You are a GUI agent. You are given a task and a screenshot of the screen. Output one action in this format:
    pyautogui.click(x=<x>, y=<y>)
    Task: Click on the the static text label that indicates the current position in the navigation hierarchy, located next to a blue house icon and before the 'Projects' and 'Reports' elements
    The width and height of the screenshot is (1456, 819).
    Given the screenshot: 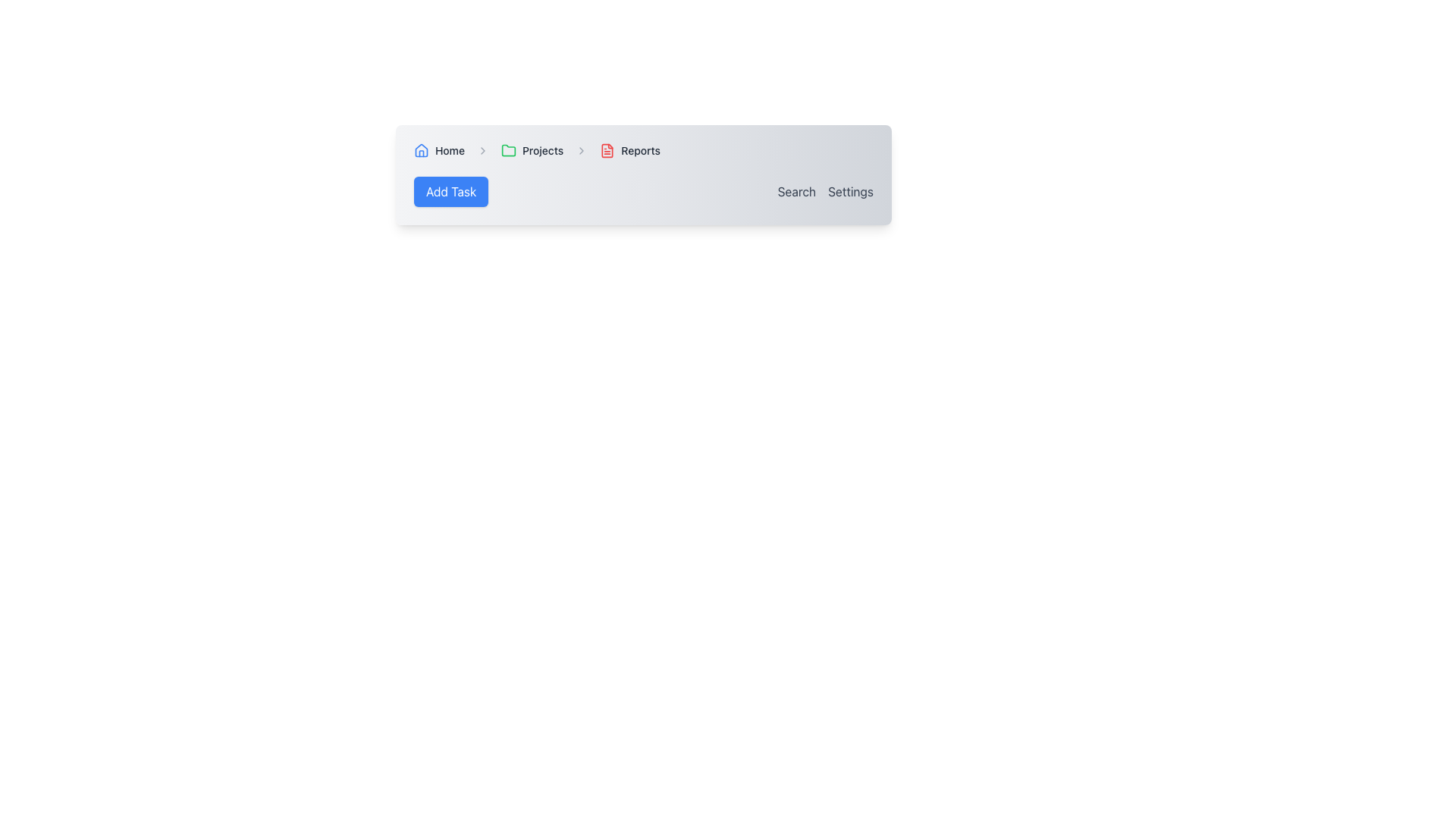 What is the action you would take?
    pyautogui.click(x=449, y=151)
    